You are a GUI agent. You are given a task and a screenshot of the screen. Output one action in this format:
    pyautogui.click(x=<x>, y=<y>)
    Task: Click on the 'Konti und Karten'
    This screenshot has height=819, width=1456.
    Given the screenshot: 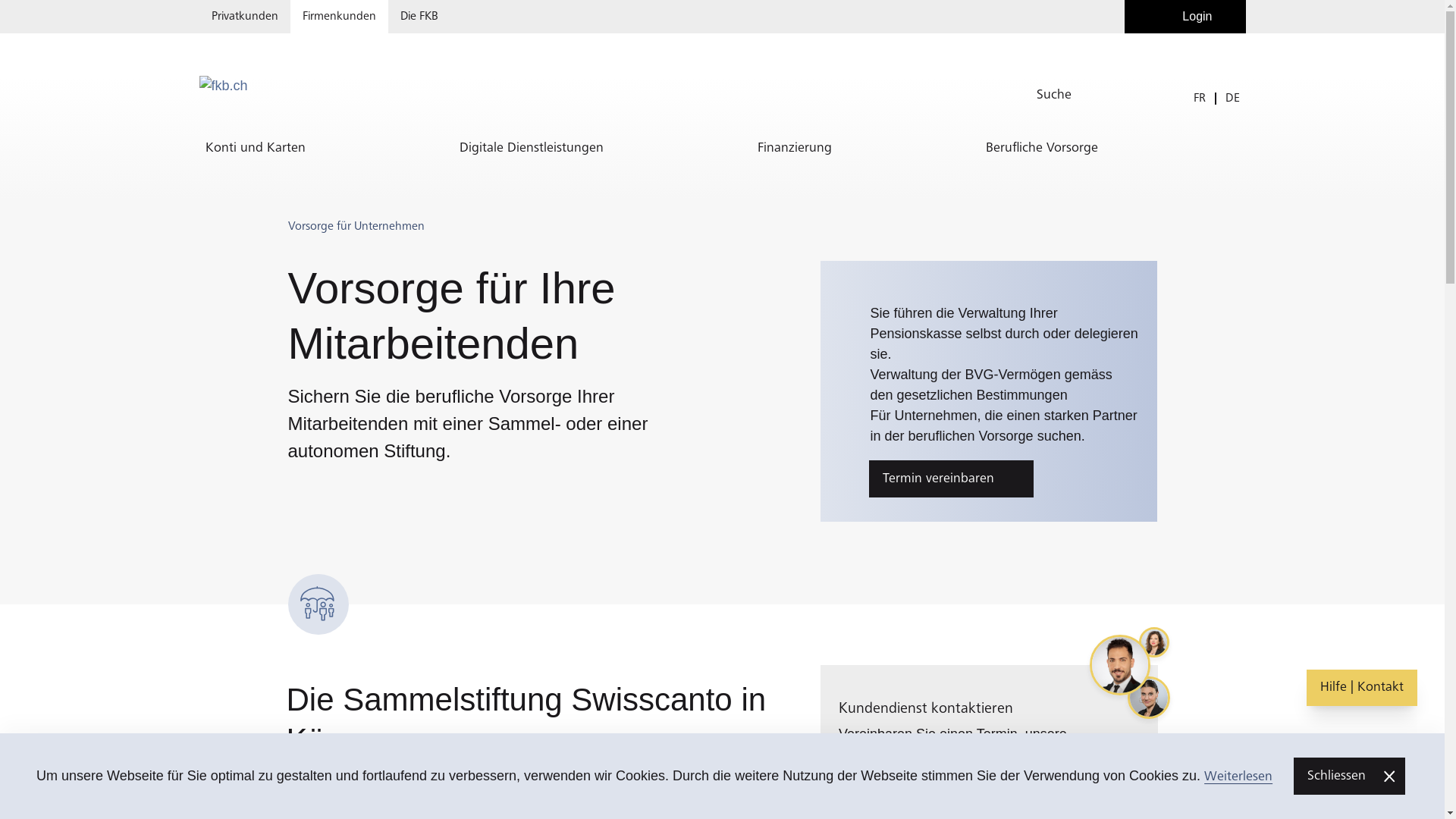 What is the action you would take?
    pyautogui.click(x=198, y=148)
    